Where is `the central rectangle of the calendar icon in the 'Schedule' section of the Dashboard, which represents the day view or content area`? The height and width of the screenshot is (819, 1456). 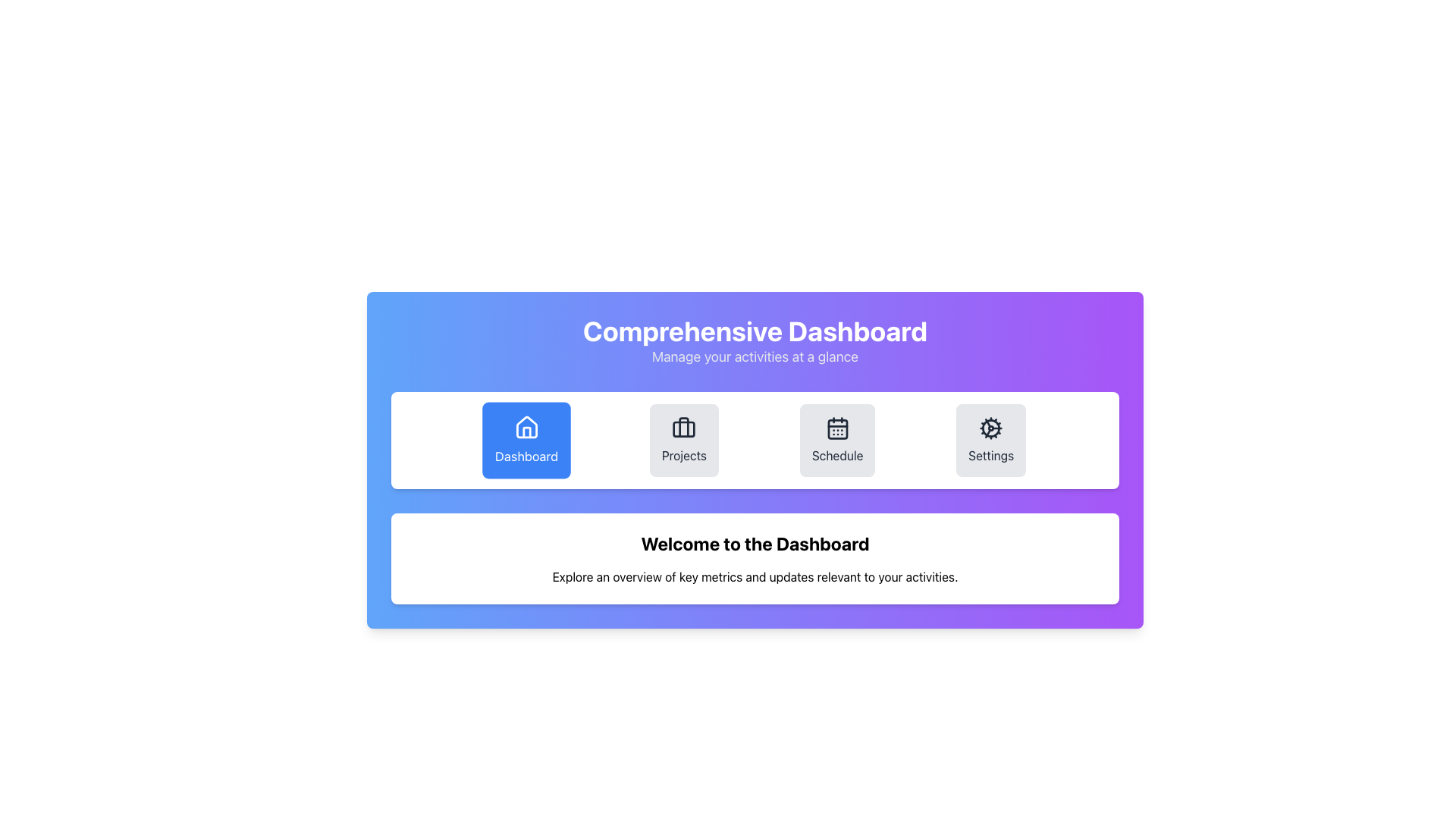 the central rectangle of the calendar icon in the 'Schedule' section of the Dashboard, which represents the day view or content area is located at coordinates (836, 429).